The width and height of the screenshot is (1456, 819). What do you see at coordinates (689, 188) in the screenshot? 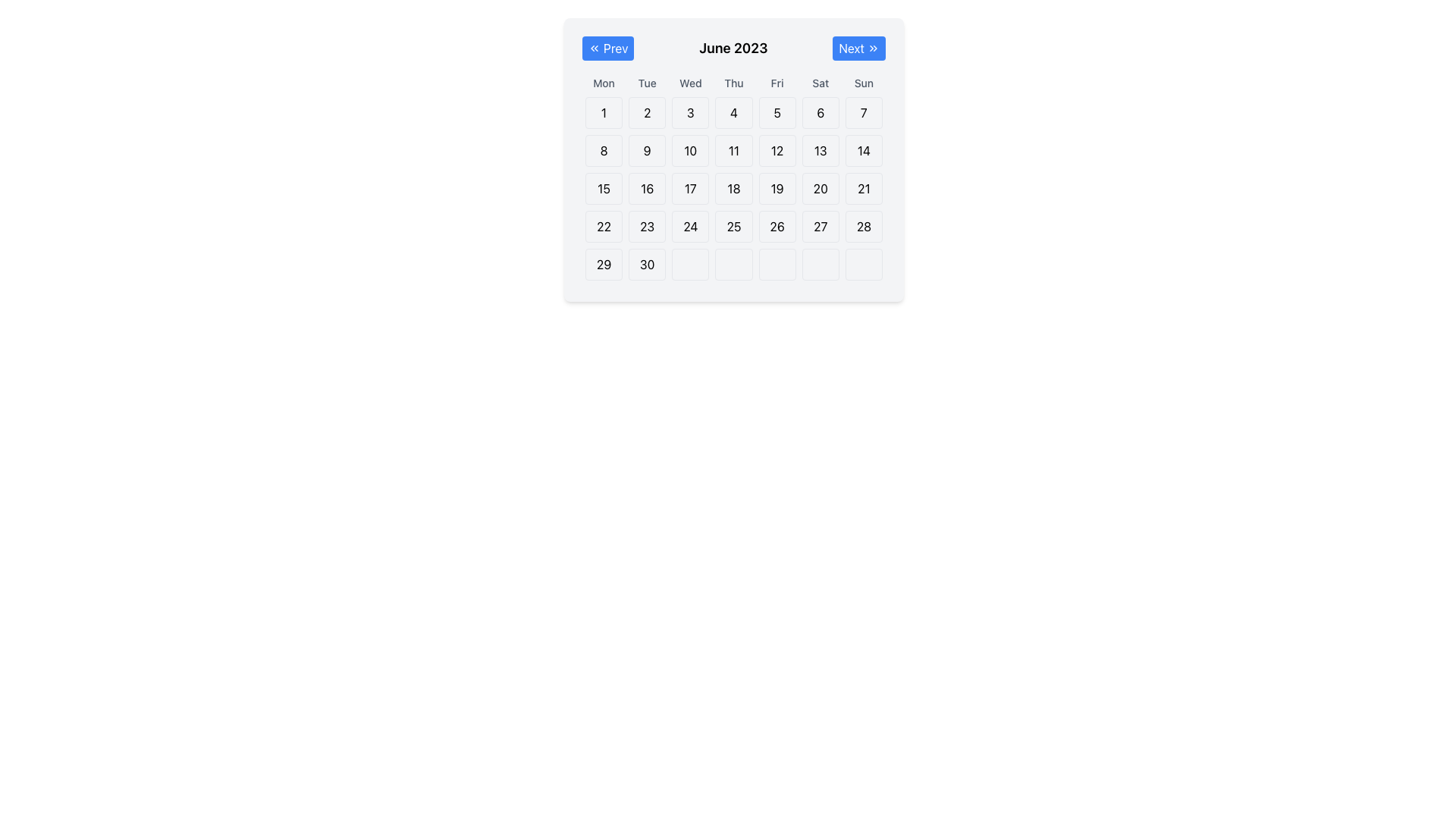
I see `the third button in the third row of the calendar grid` at bounding box center [689, 188].